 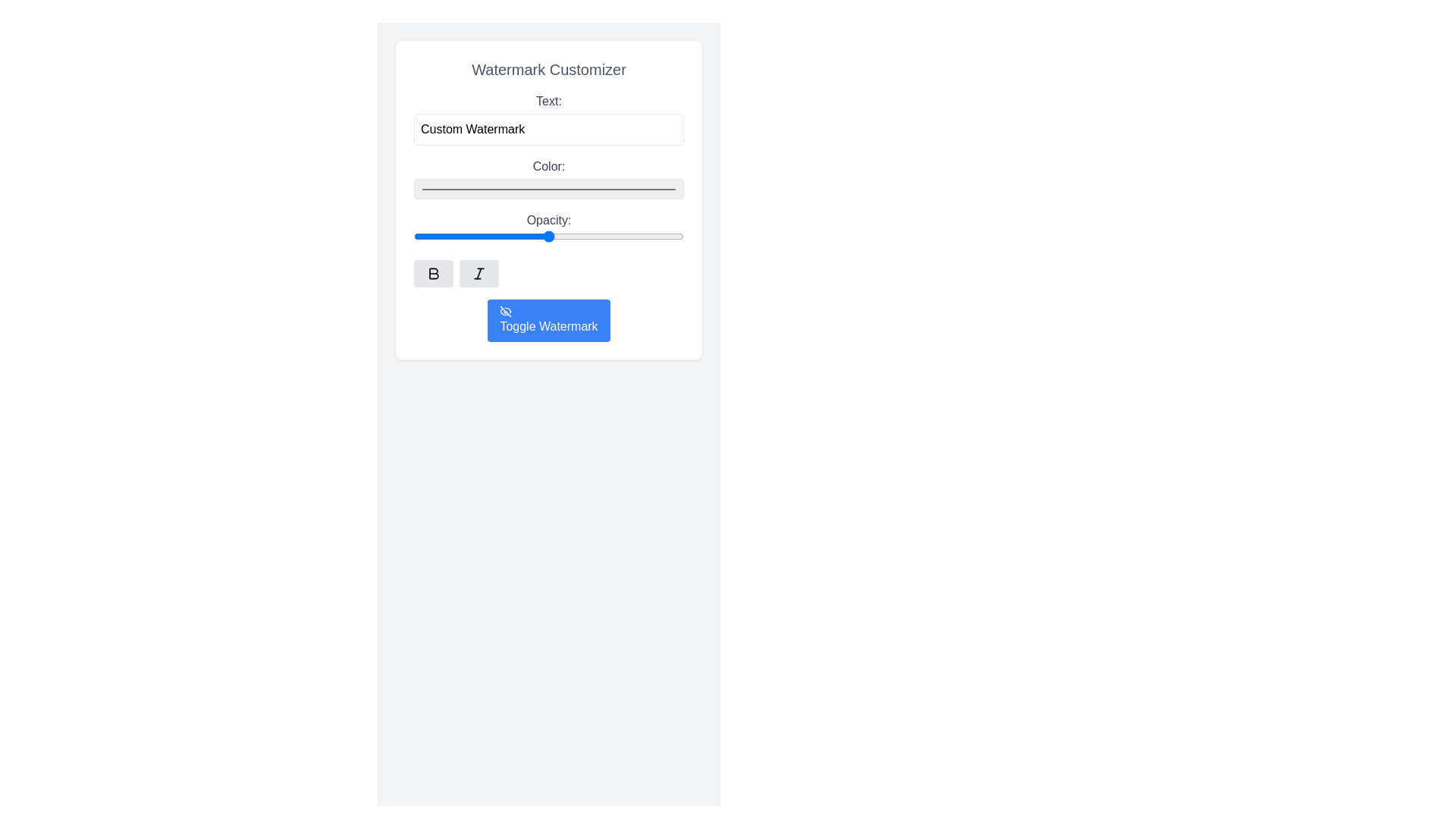 What do you see at coordinates (414, 237) in the screenshot?
I see `opacity value` at bounding box center [414, 237].